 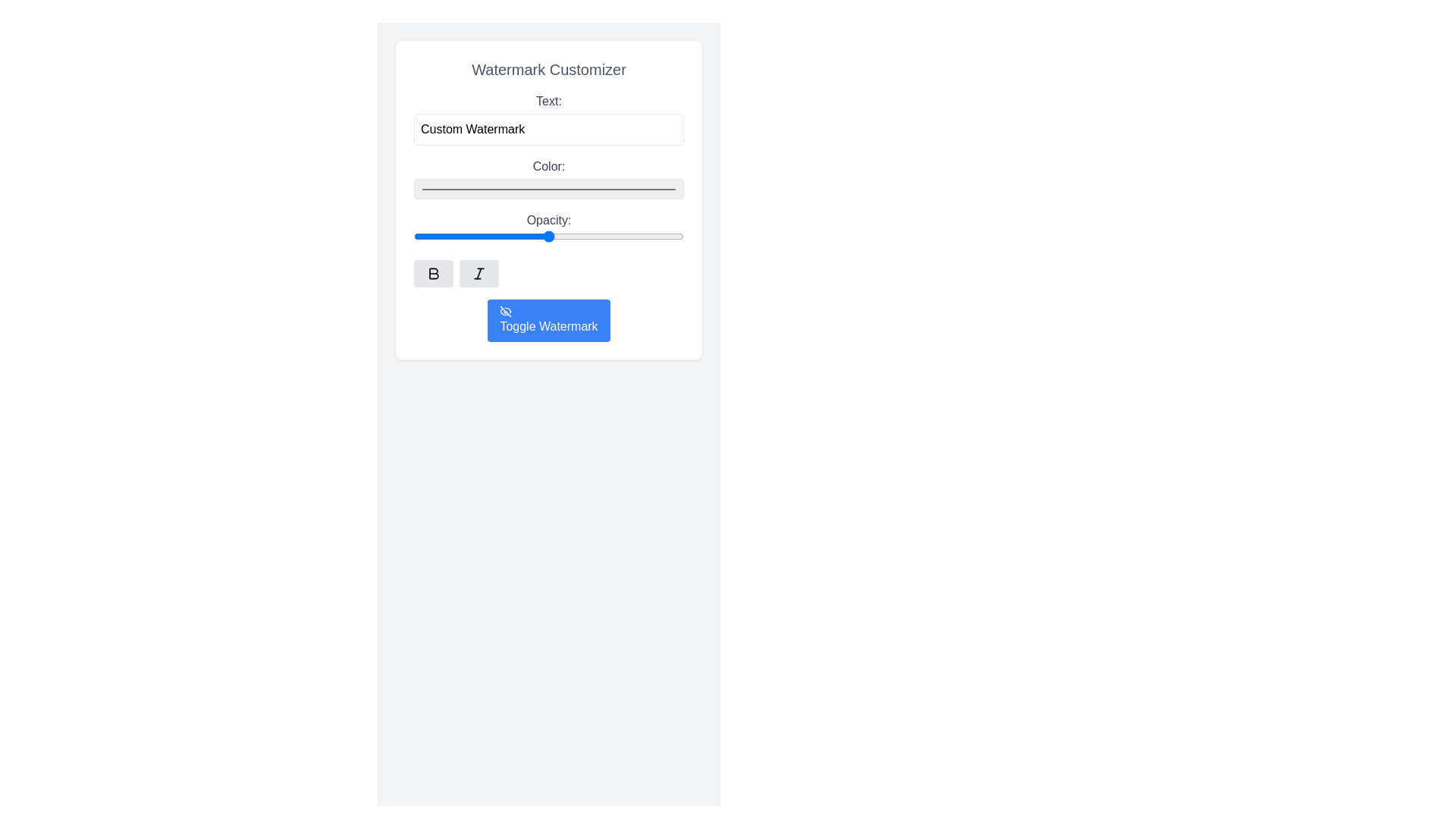 What do you see at coordinates (414, 237) in the screenshot?
I see `opacity value` at bounding box center [414, 237].